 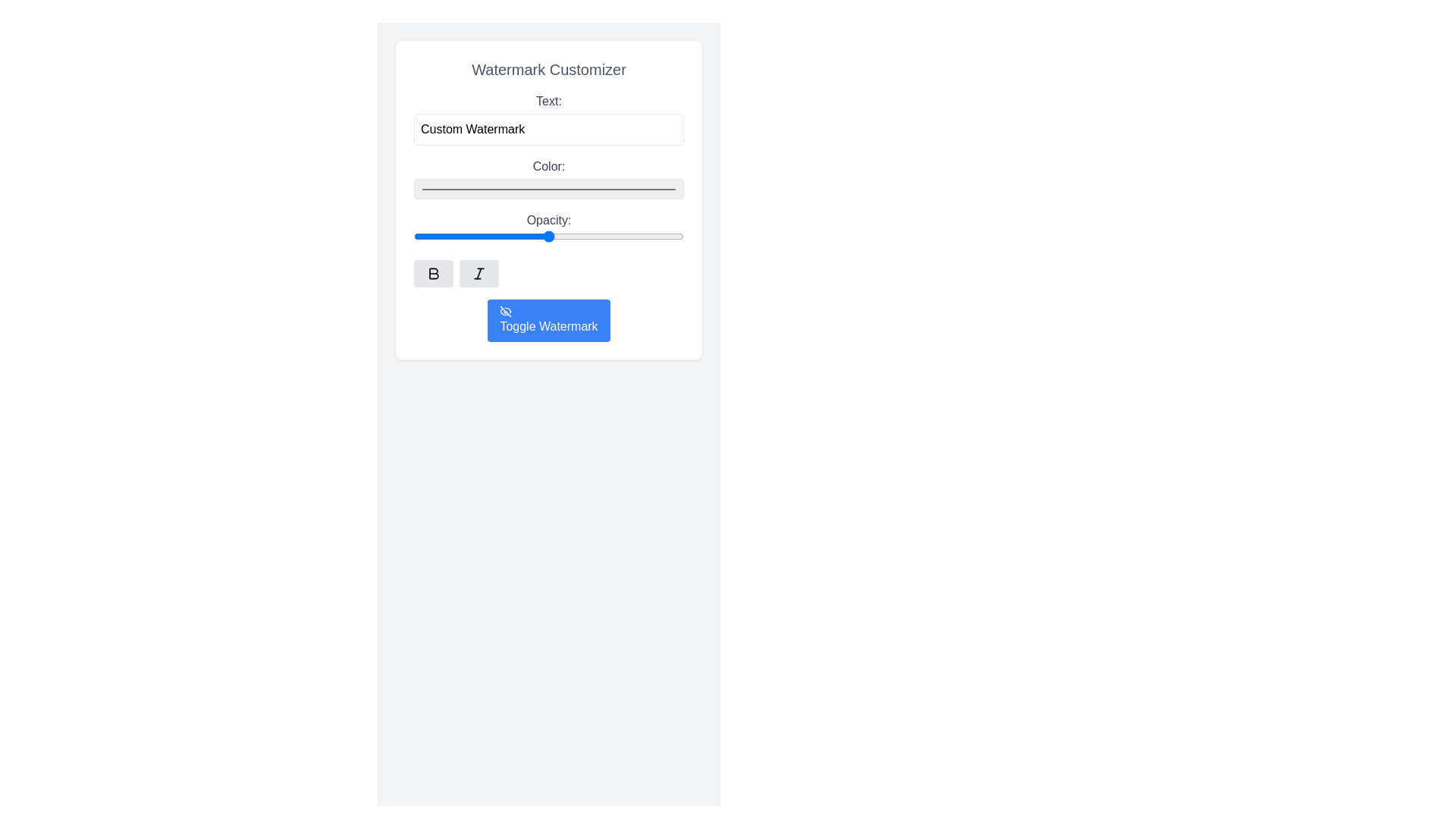 What do you see at coordinates (414, 237) in the screenshot?
I see `opacity value` at bounding box center [414, 237].